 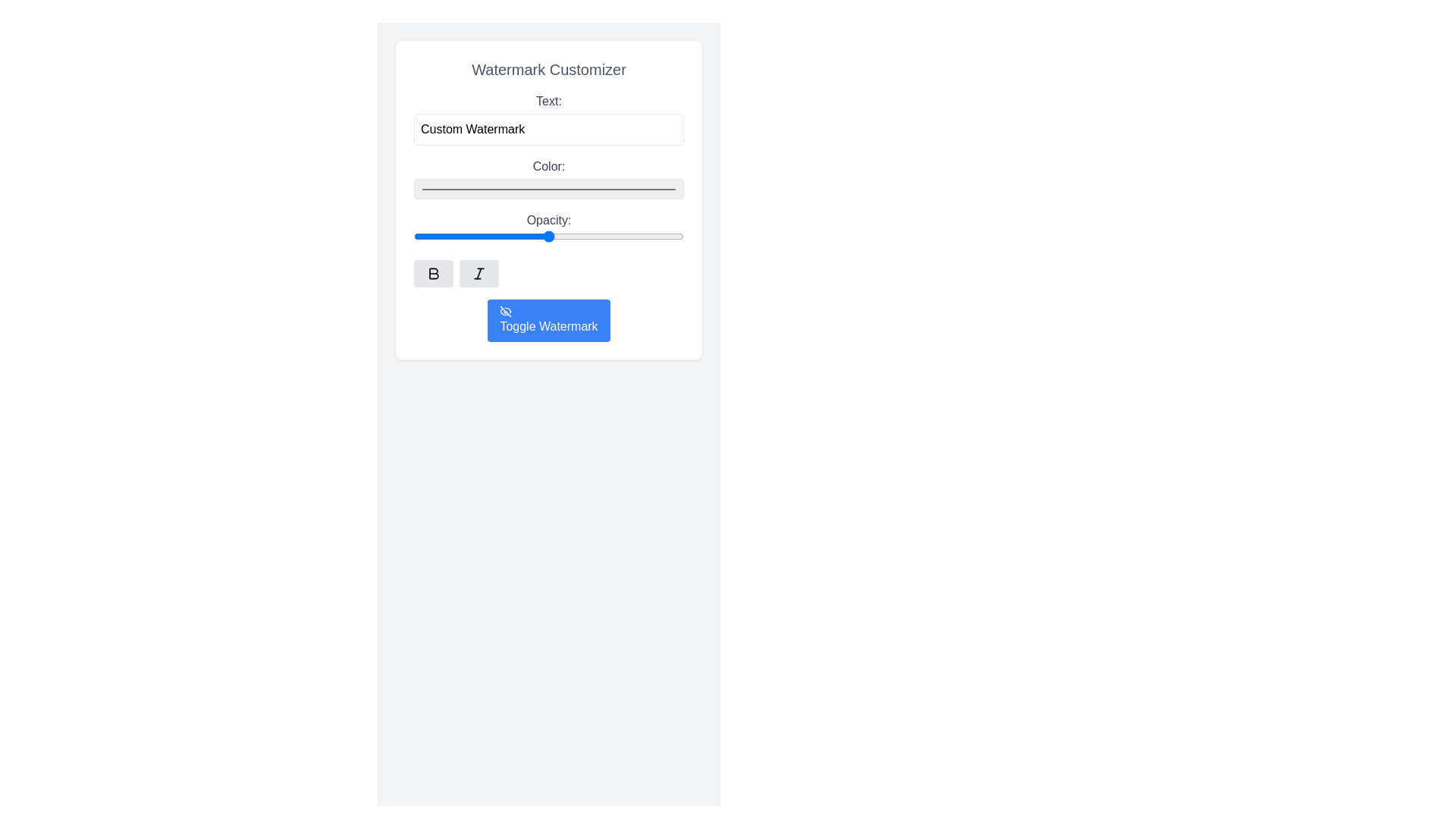 What do you see at coordinates (414, 237) in the screenshot?
I see `opacity value` at bounding box center [414, 237].